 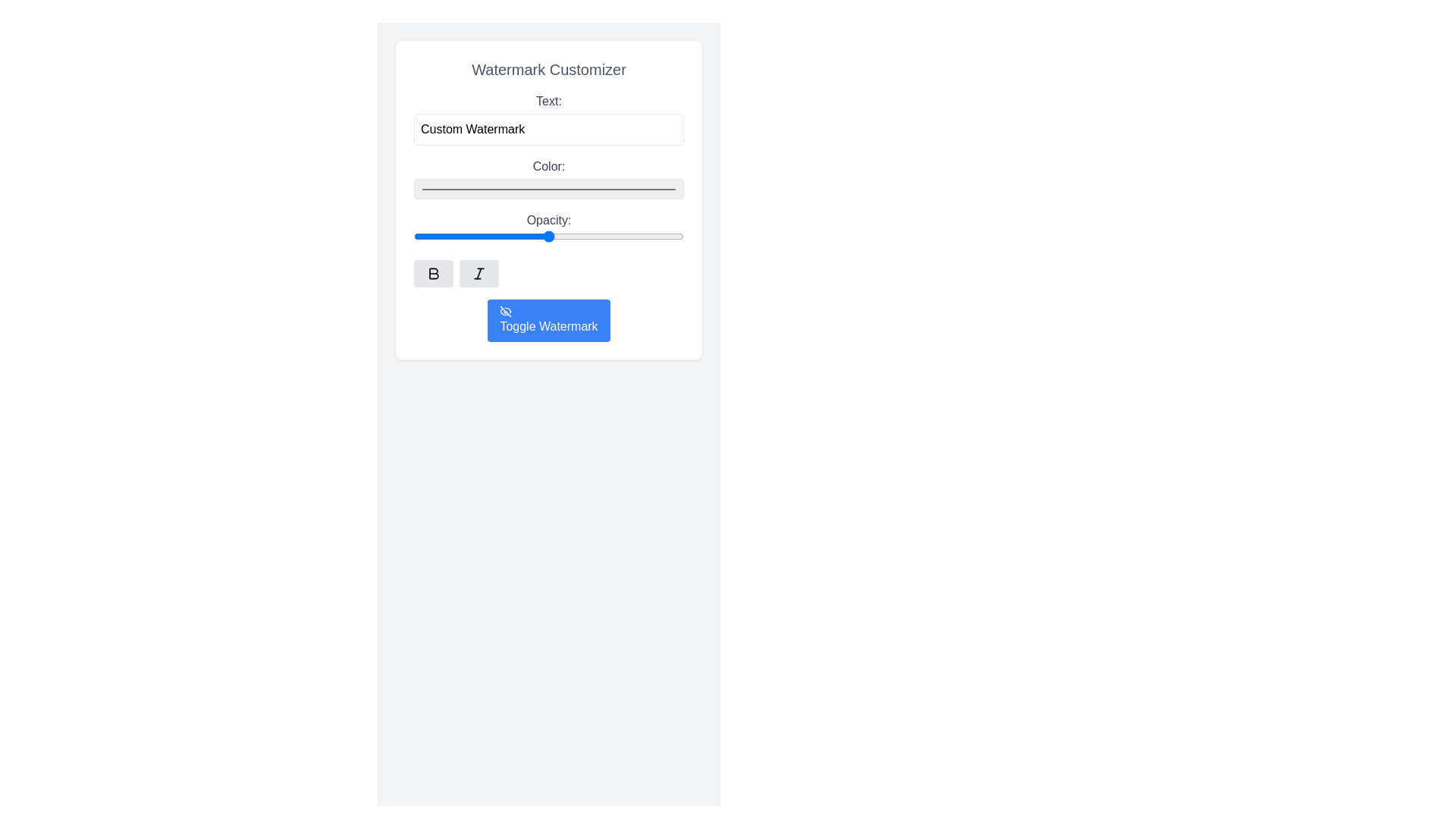 What do you see at coordinates (414, 237) in the screenshot?
I see `opacity value` at bounding box center [414, 237].